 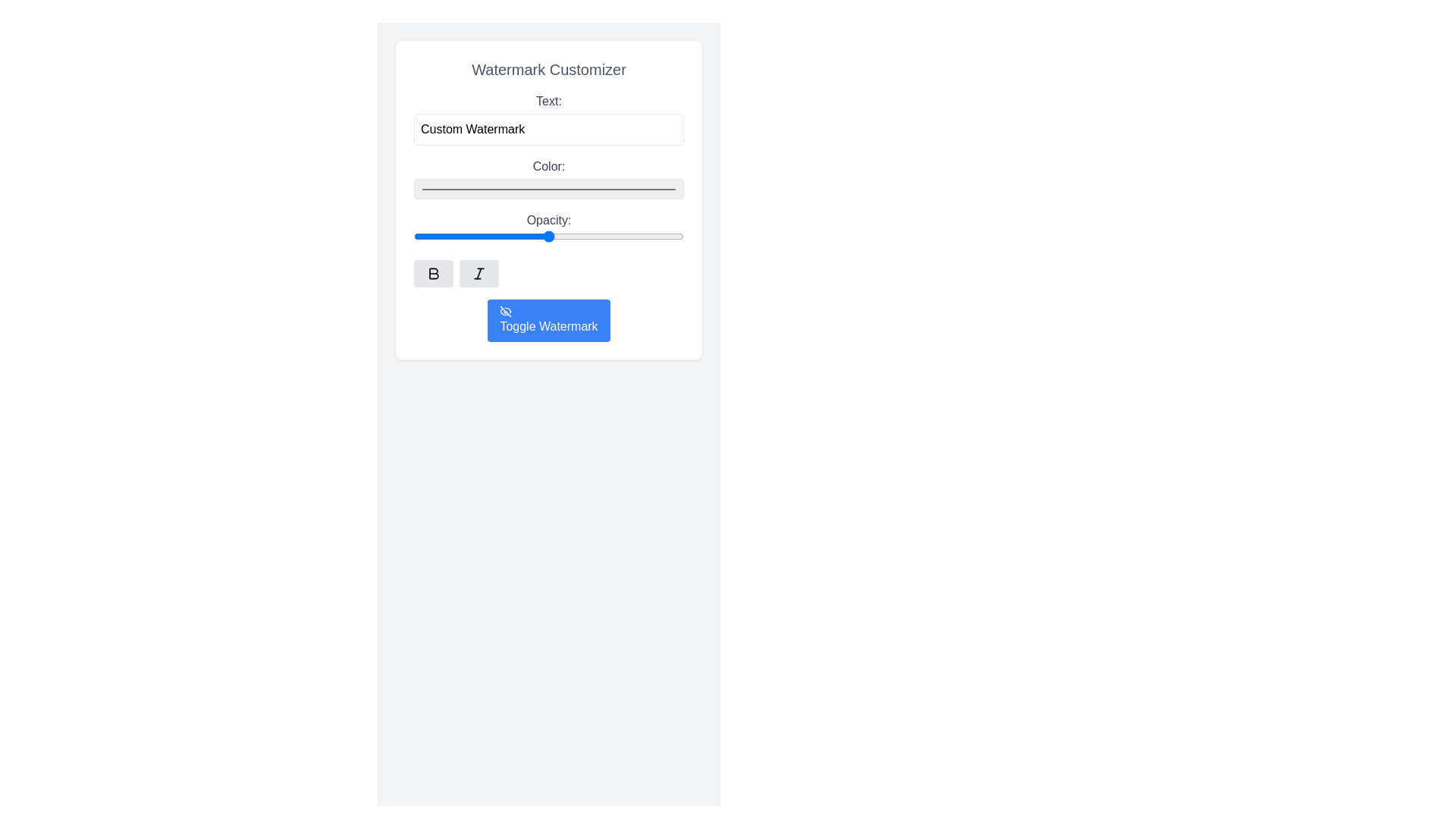 What do you see at coordinates (414, 237) in the screenshot?
I see `opacity value` at bounding box center [414, 237].